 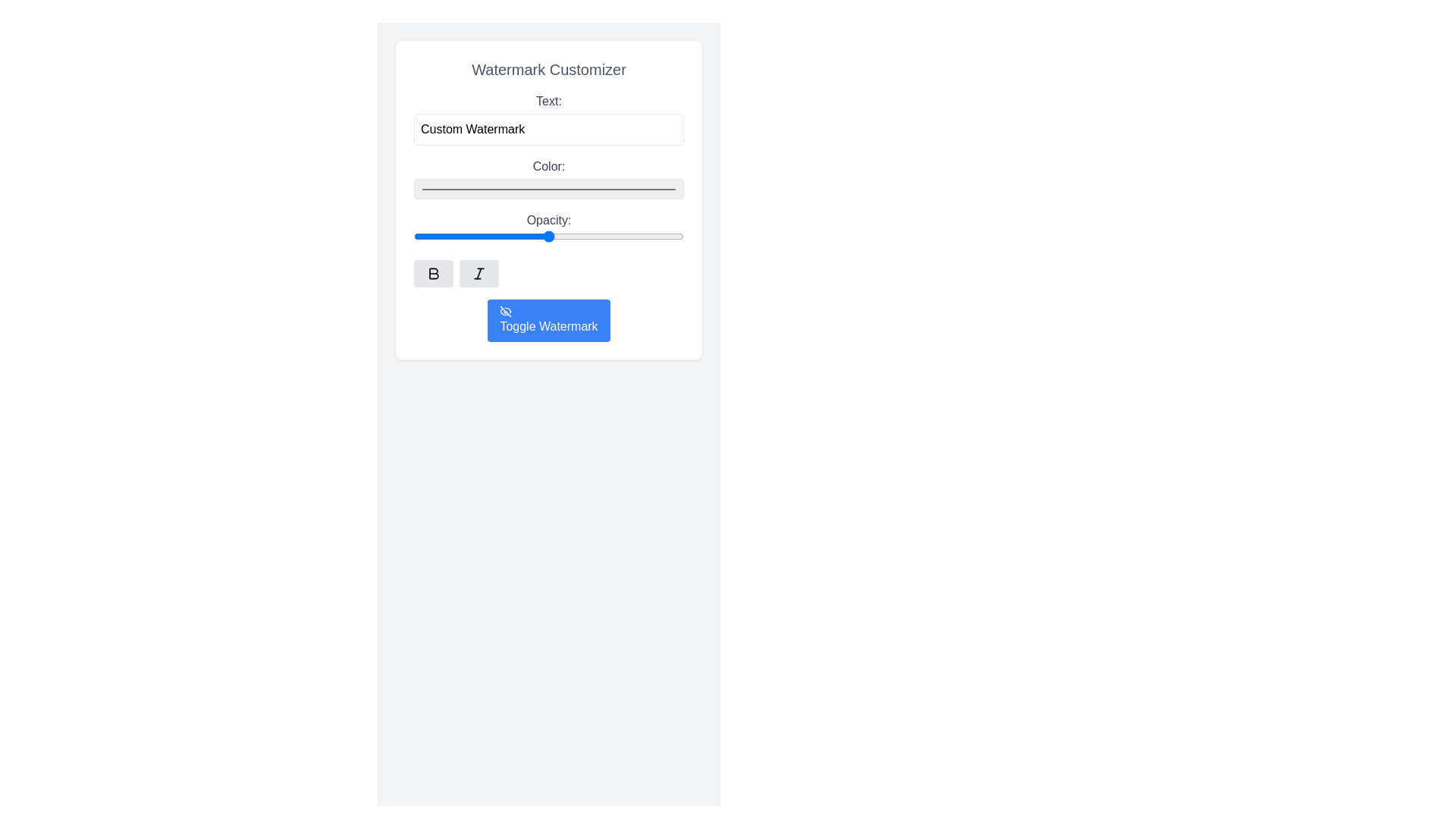 What do you see at coordinates (414, 237) in the screenshot?
I see `opacity value` at bounding box center [414, 237].